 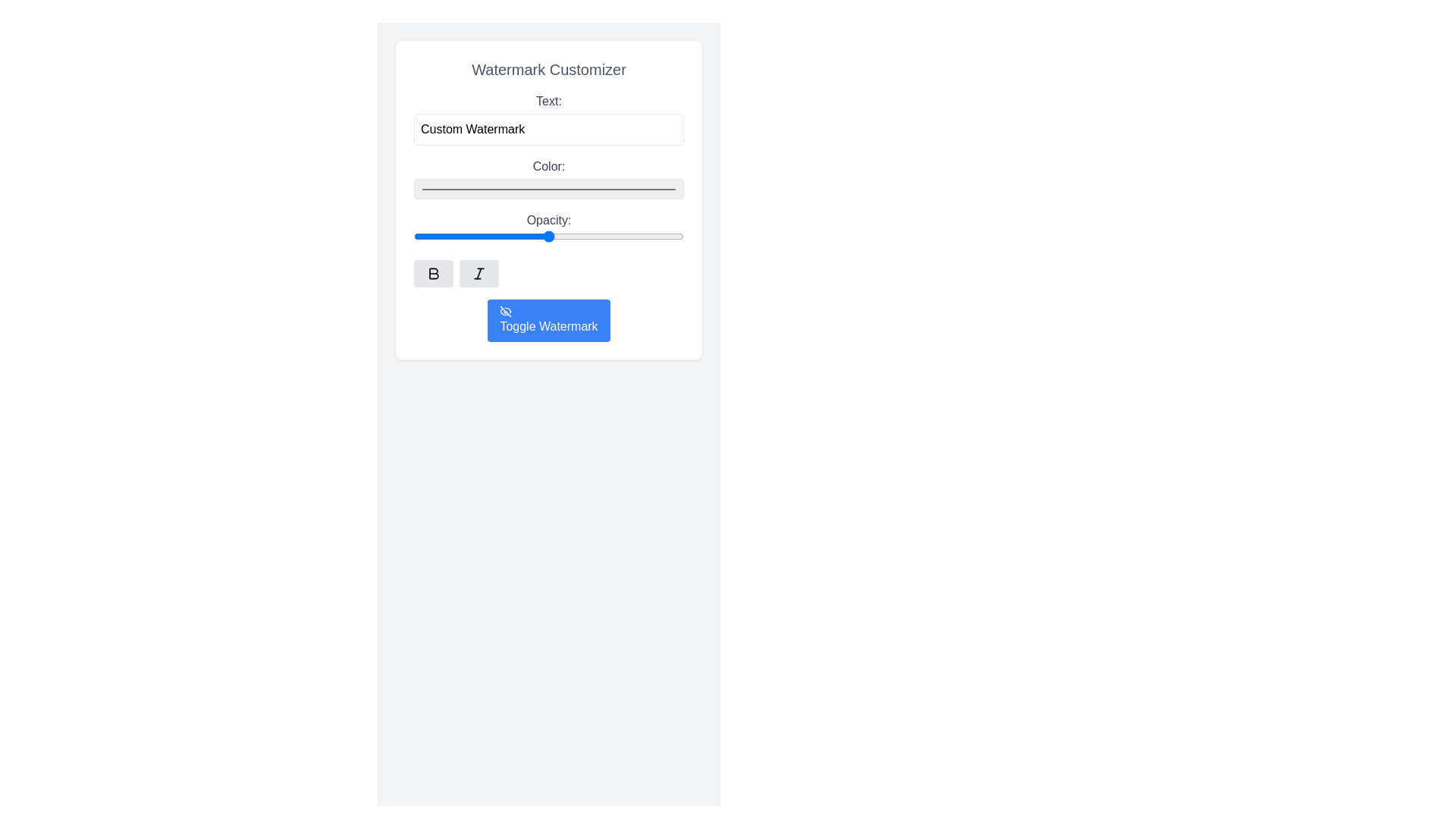 What do you see at coordinates (414, 237) in the screenshot?
I see `opacity value` at bounding box center [414, 237].